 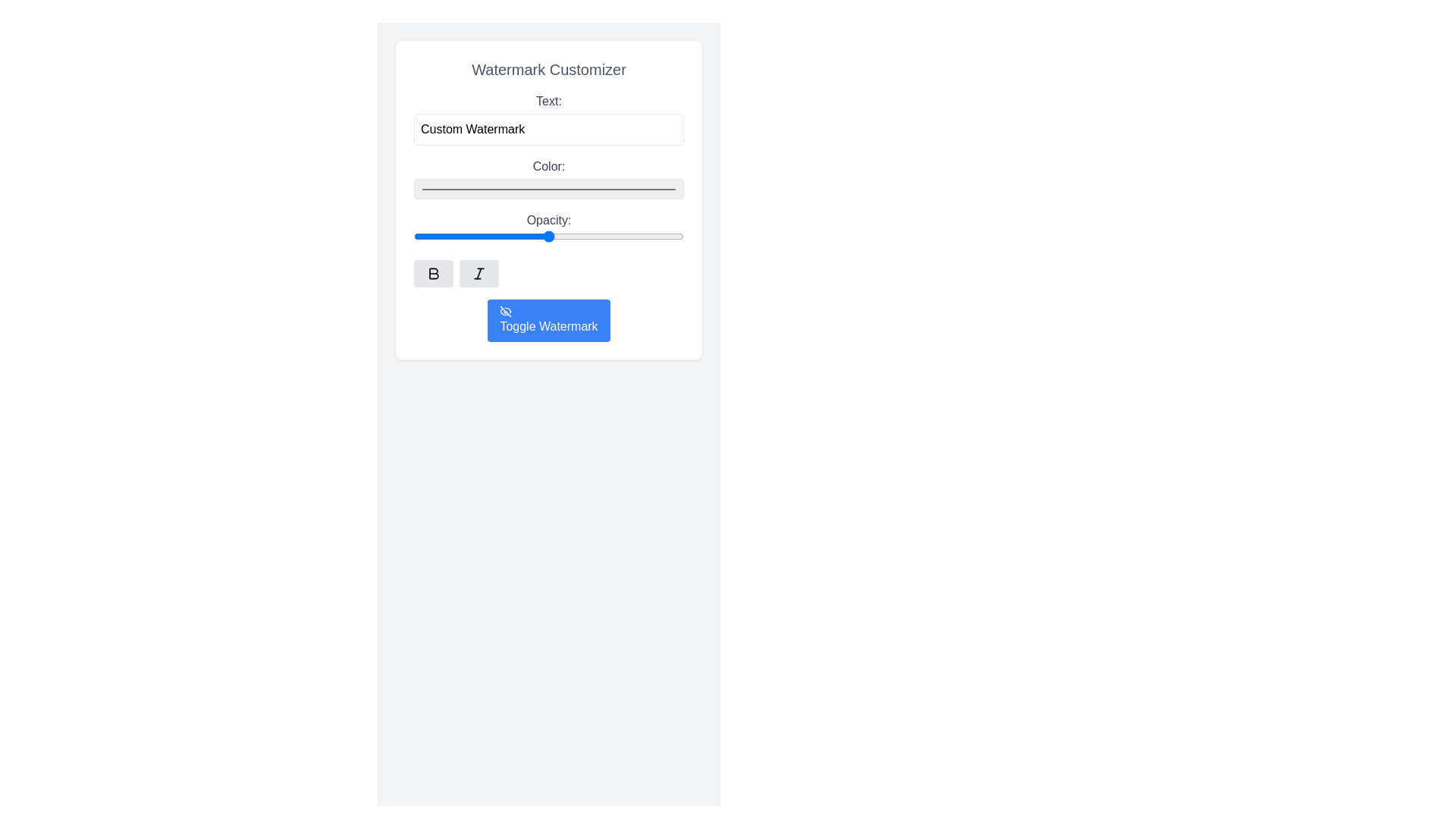 What do you see at coordinates (414, 237) in the screenshot?
I see `opacity value` at bounding box center [414, 237].